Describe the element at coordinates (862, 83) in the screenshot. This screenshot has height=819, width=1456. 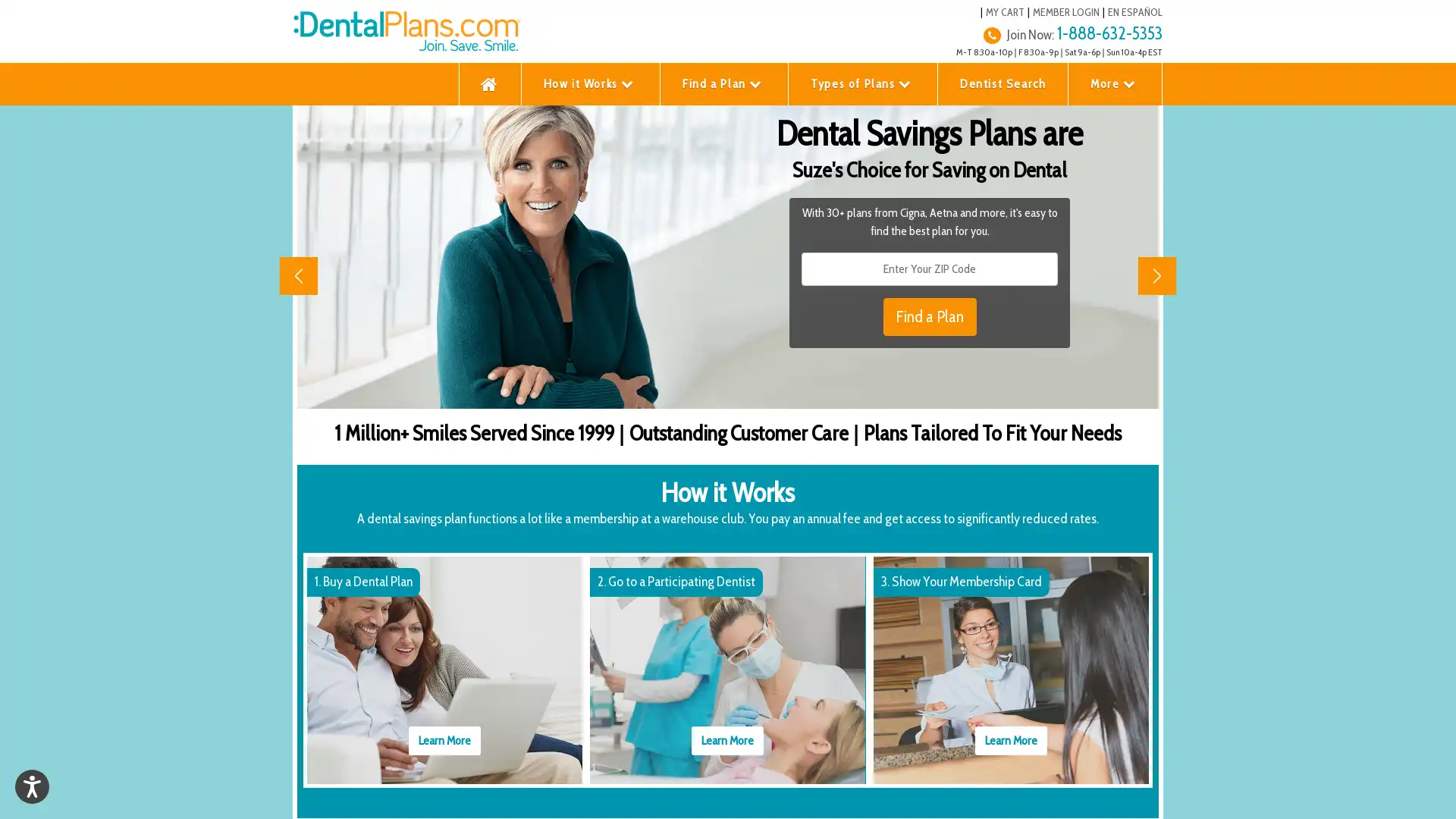
I see `Types of Plans` at that location.